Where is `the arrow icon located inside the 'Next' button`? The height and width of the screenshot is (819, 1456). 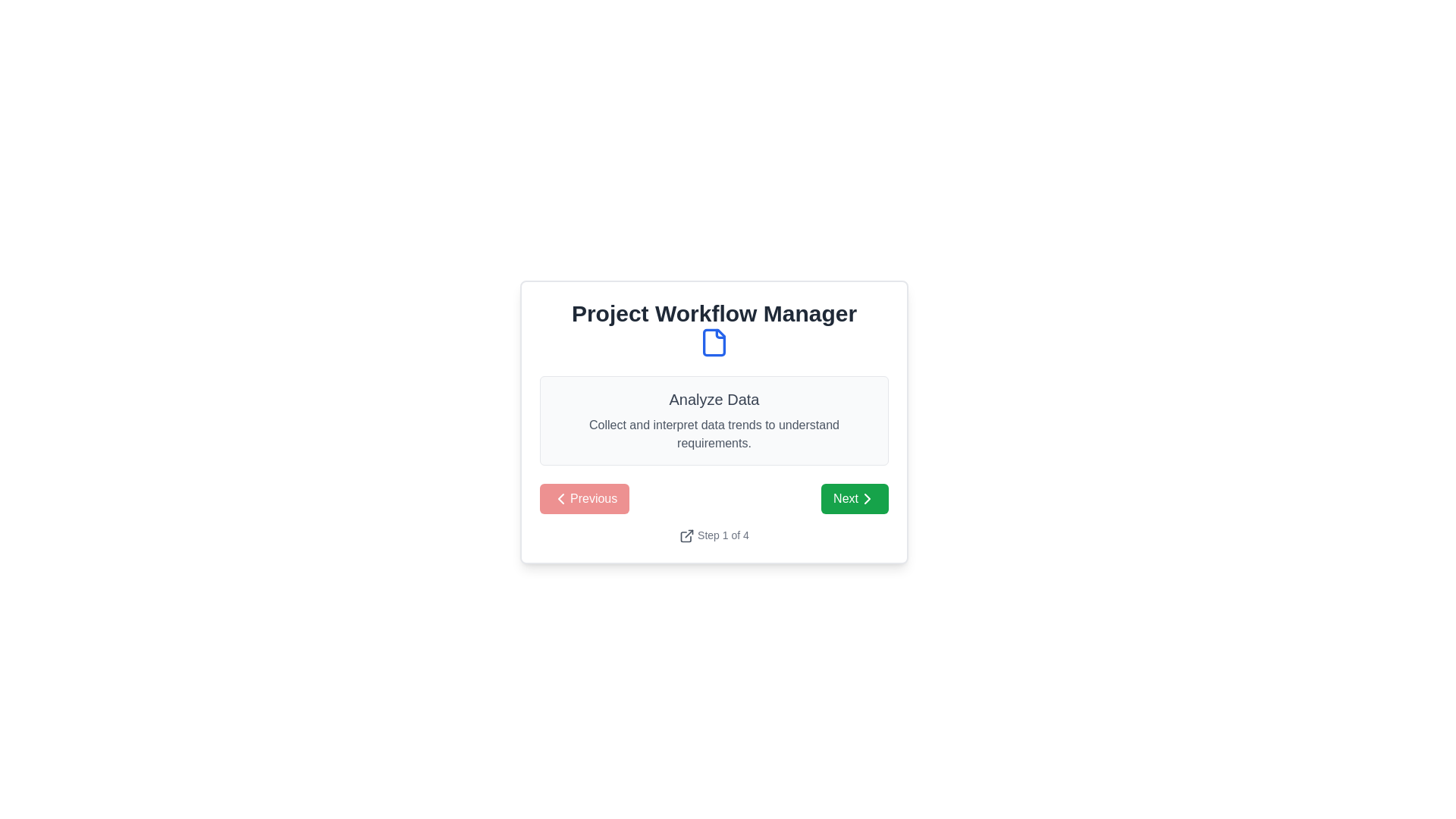
the arrow icon located inside the 'Next' button is located at coordinates (867, 499).